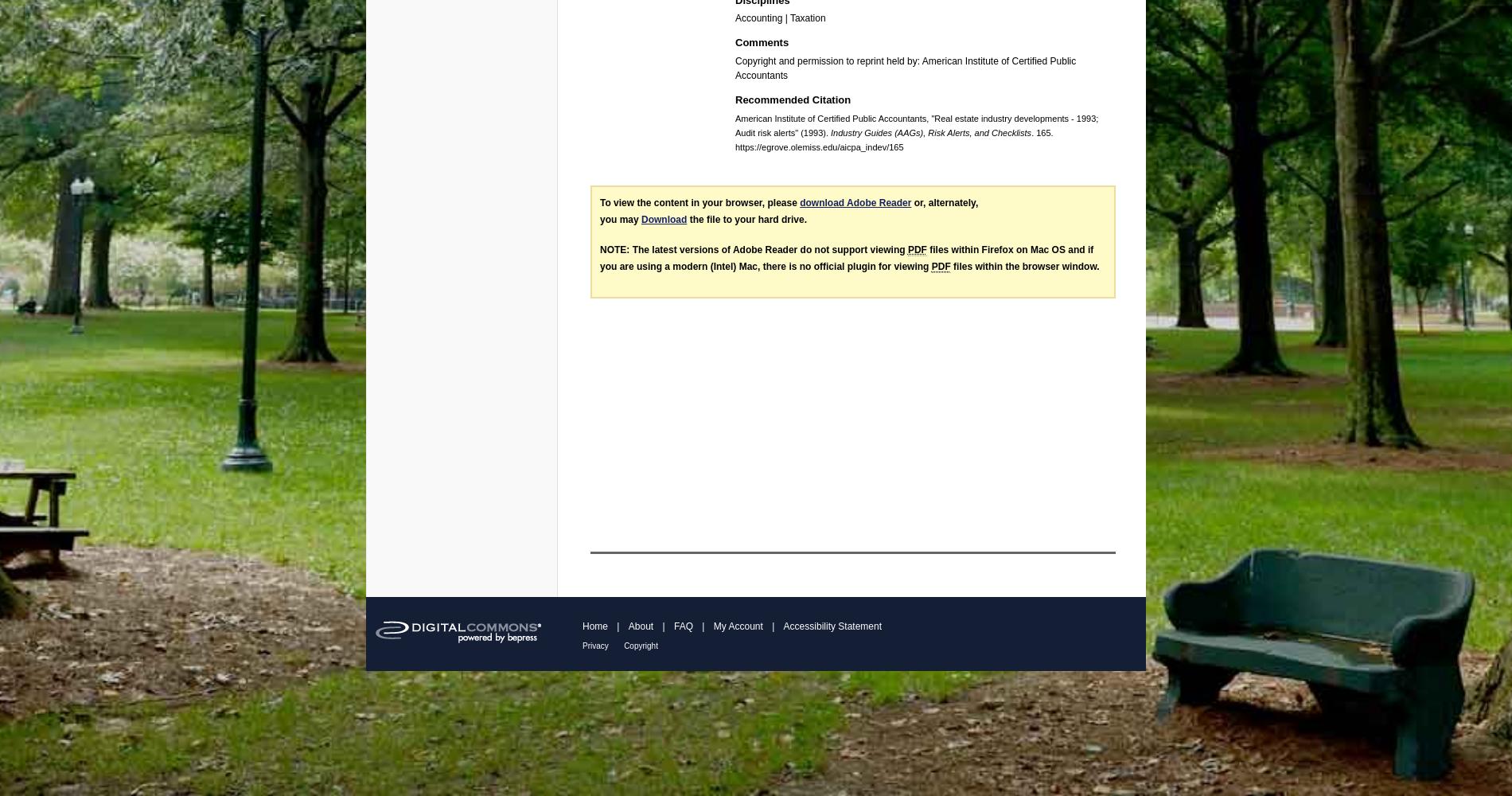  What do you see at coordinates (627, 626) in the screenshot?
I see `'About'` at bounding box center [627, 626].